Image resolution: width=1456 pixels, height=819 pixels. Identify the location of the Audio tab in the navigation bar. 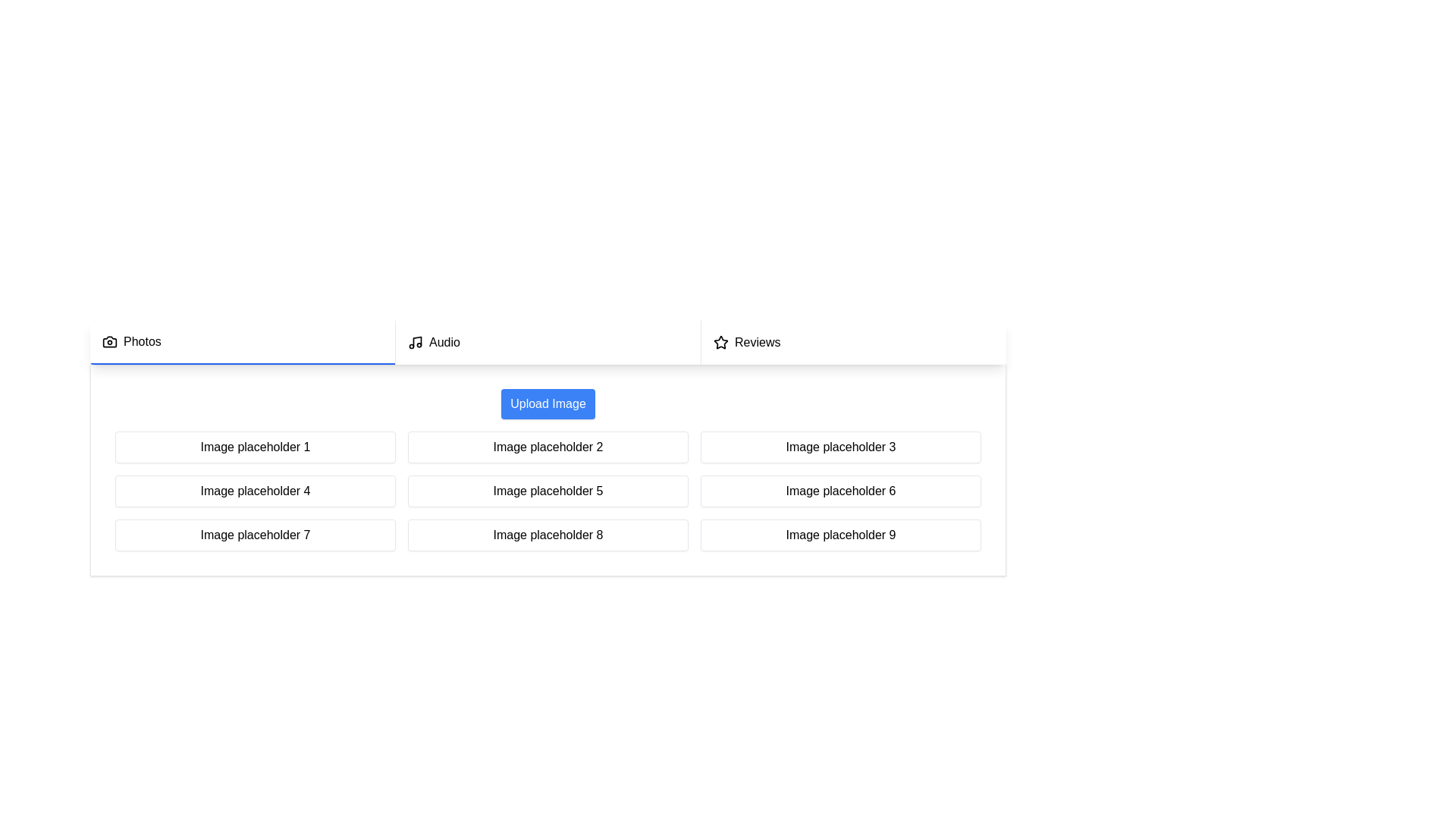
(547, 342).